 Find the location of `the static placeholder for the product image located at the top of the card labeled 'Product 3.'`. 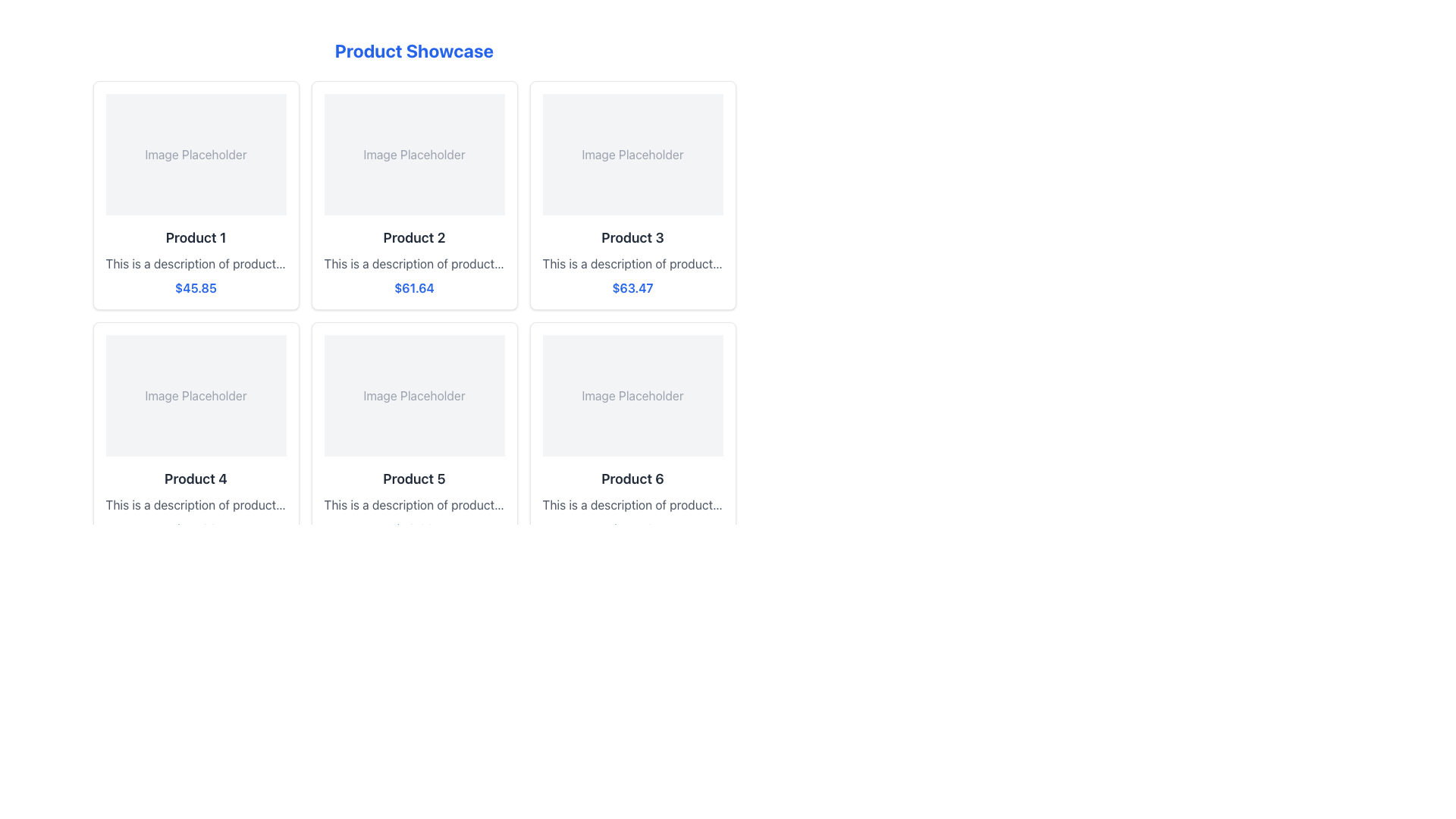

the static placeholder for the product image located at the top of the card labeled 'Product 3.' is located at coordinates (632, 155).